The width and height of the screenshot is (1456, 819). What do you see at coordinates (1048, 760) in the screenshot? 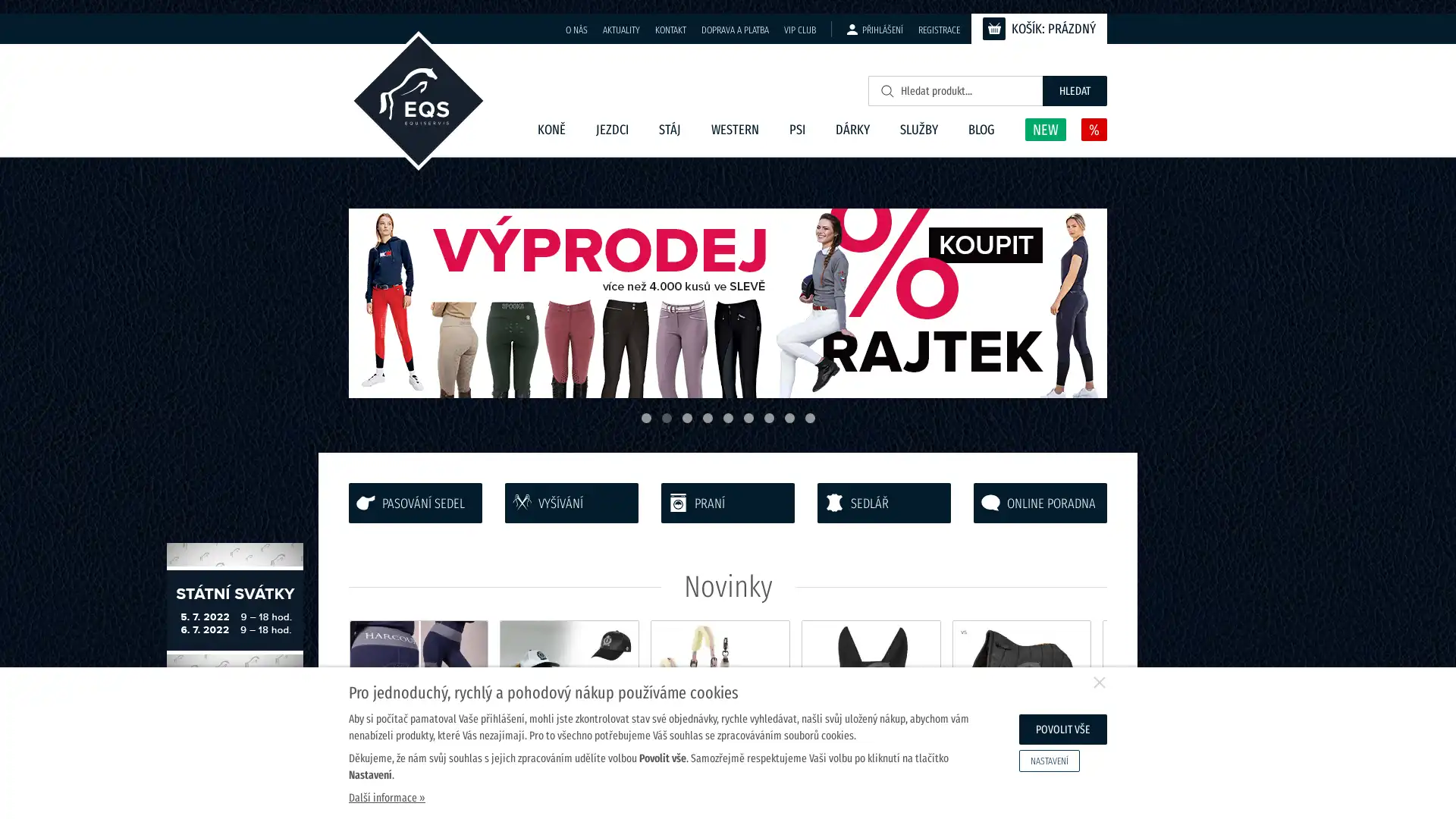
I see `NASTAVENI` at bounding box center [1048, 760].